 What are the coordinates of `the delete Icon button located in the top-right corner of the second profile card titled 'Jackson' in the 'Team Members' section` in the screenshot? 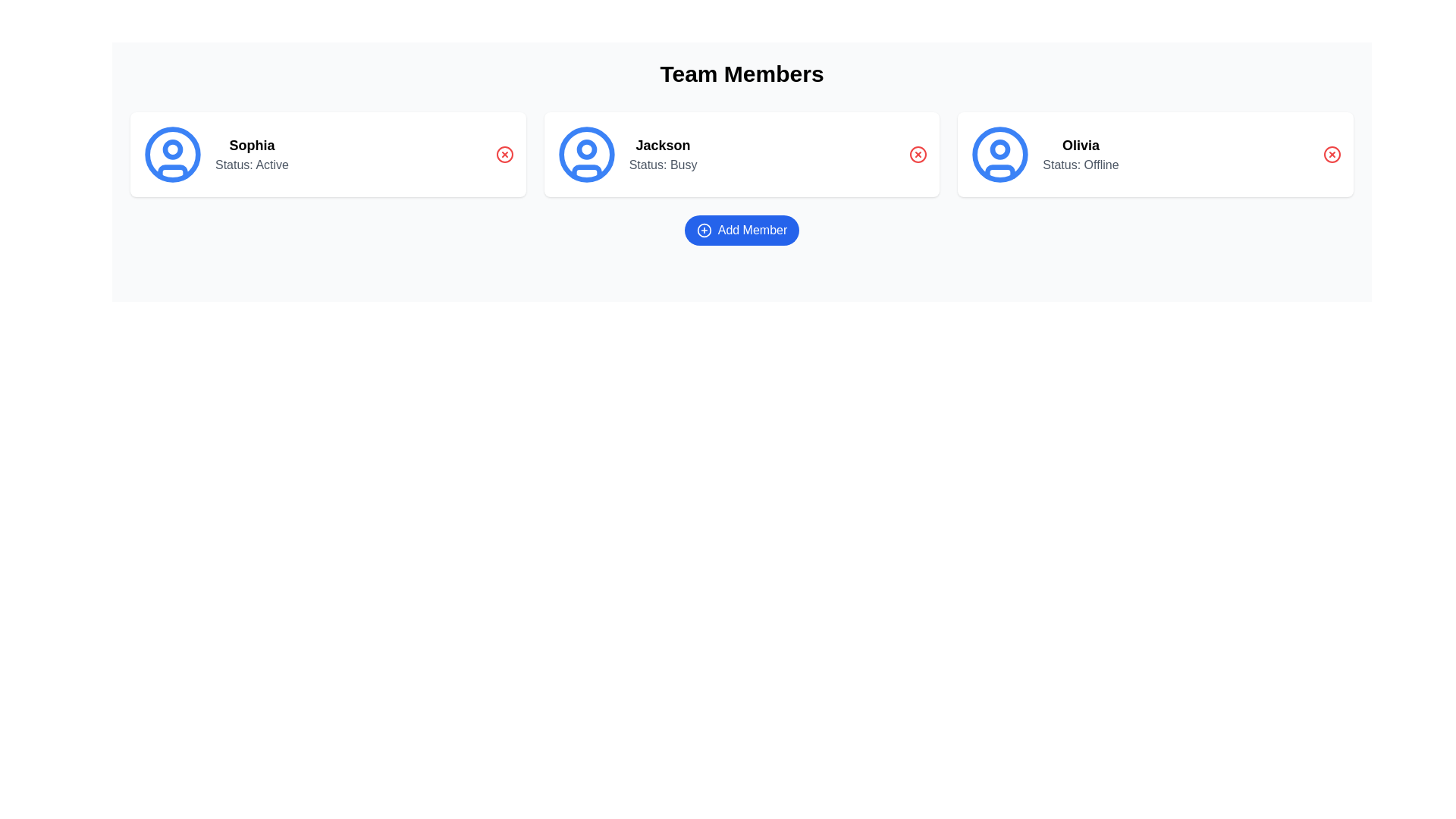 It's located at (918, 155).